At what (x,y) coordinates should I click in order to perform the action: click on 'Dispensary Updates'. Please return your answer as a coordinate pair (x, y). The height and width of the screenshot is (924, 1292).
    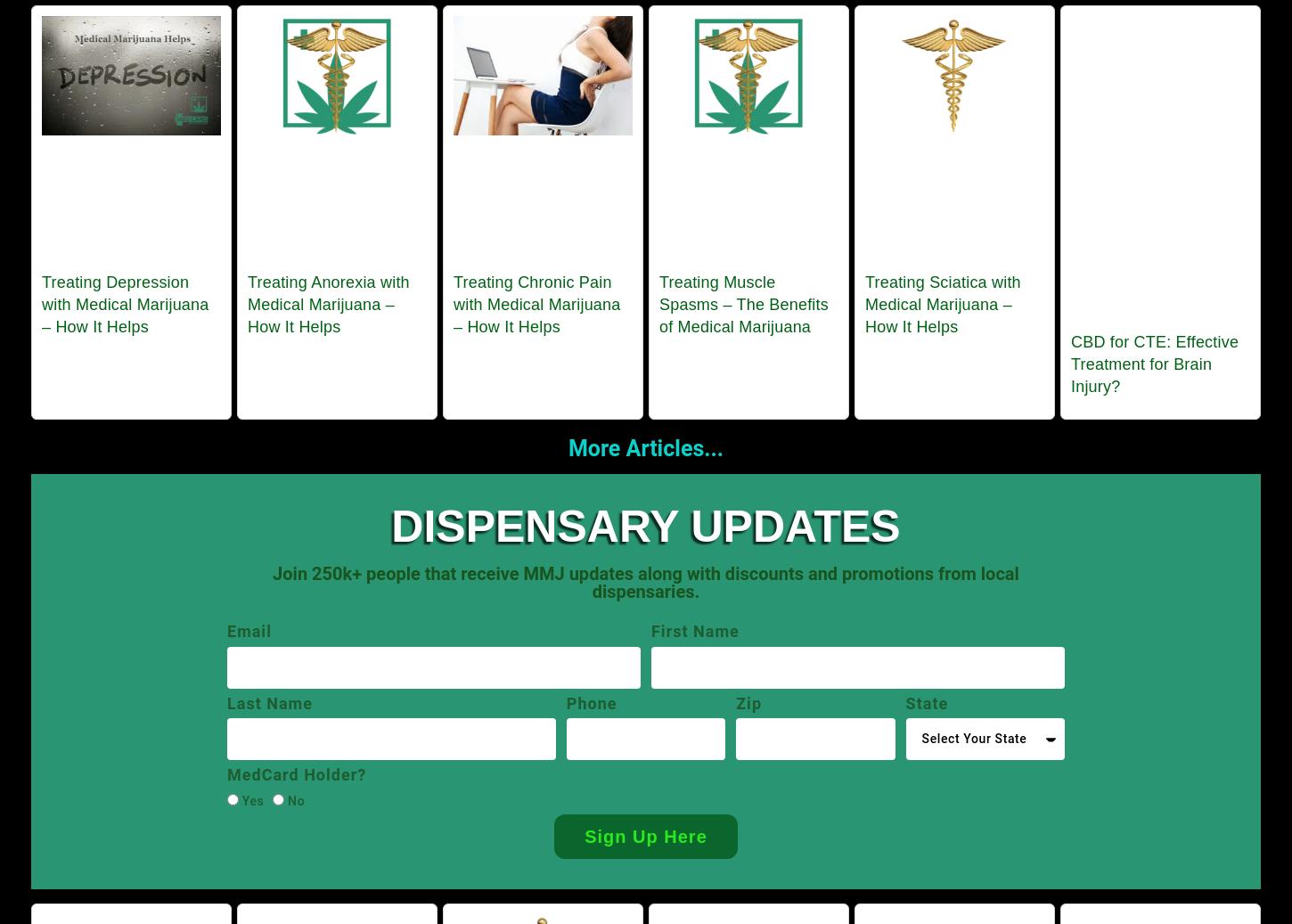
    Looking at the image, I should click on (644, 526).